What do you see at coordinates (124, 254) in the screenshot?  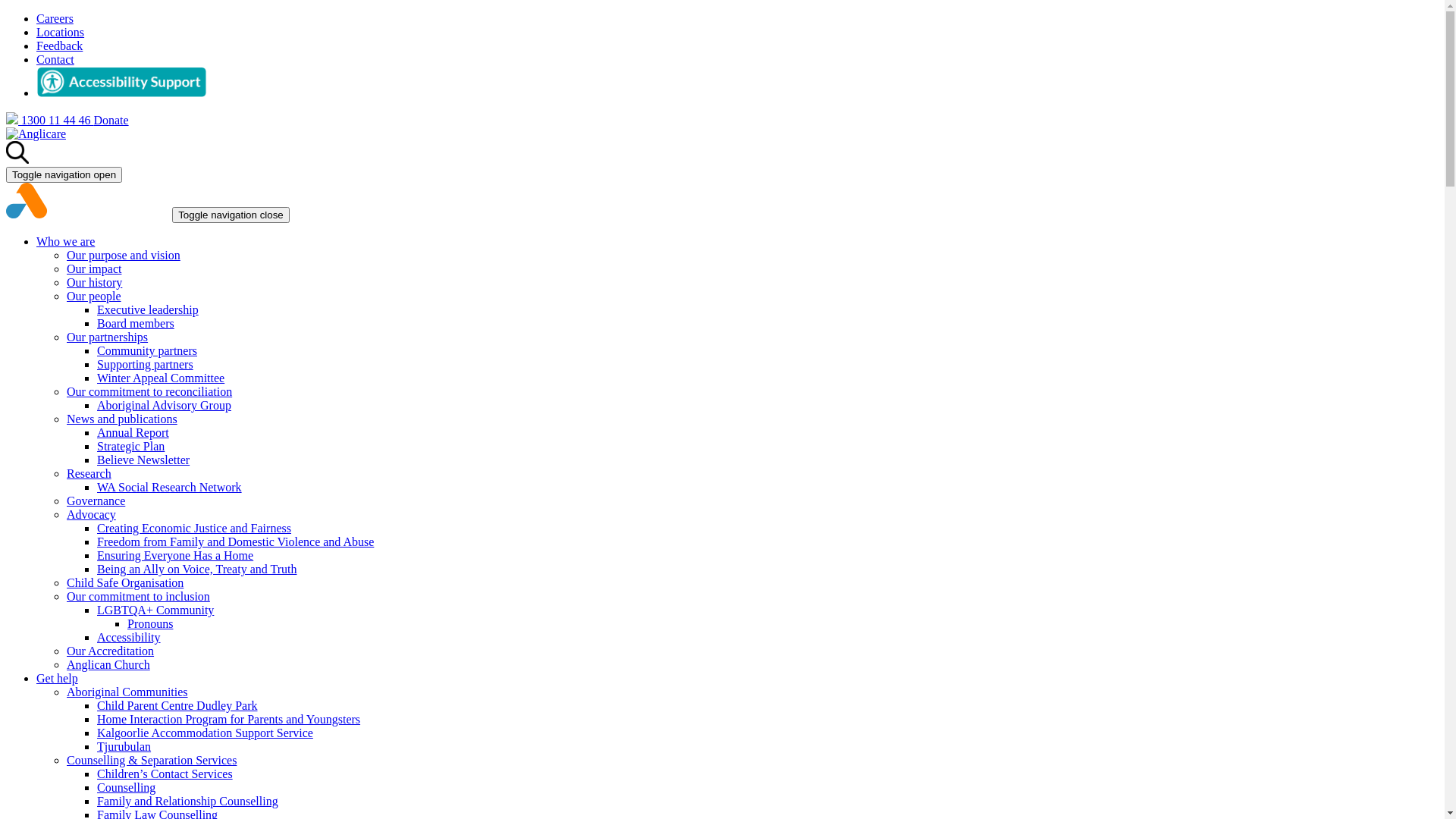 I see `'Our purpose and vision'` at bounding box center [124, 254].